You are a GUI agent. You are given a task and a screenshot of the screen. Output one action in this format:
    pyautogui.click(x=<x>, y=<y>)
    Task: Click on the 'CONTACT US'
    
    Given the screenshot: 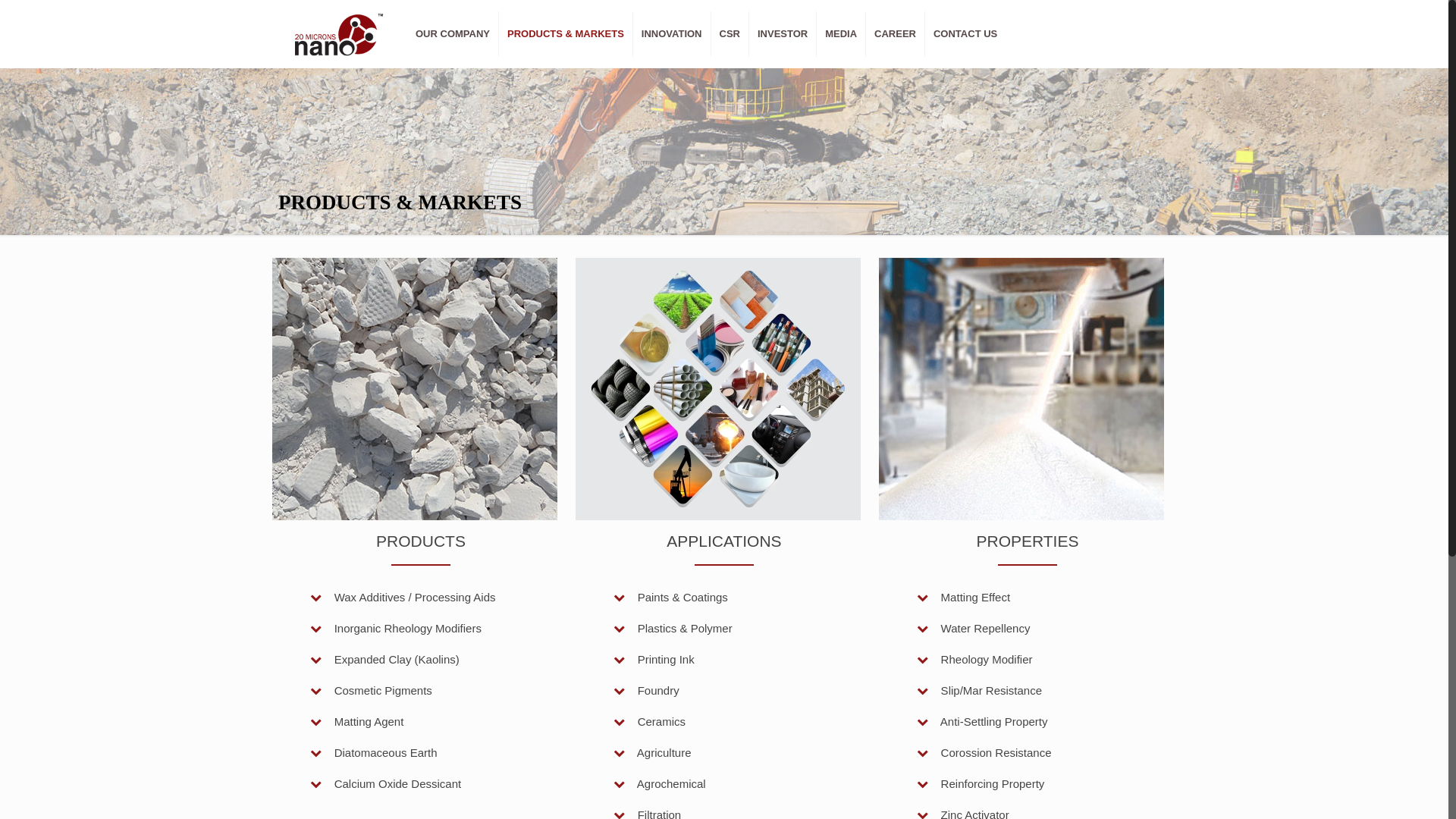 What is the action you would take?
    pyautogui.click(x=964, y=34)
    